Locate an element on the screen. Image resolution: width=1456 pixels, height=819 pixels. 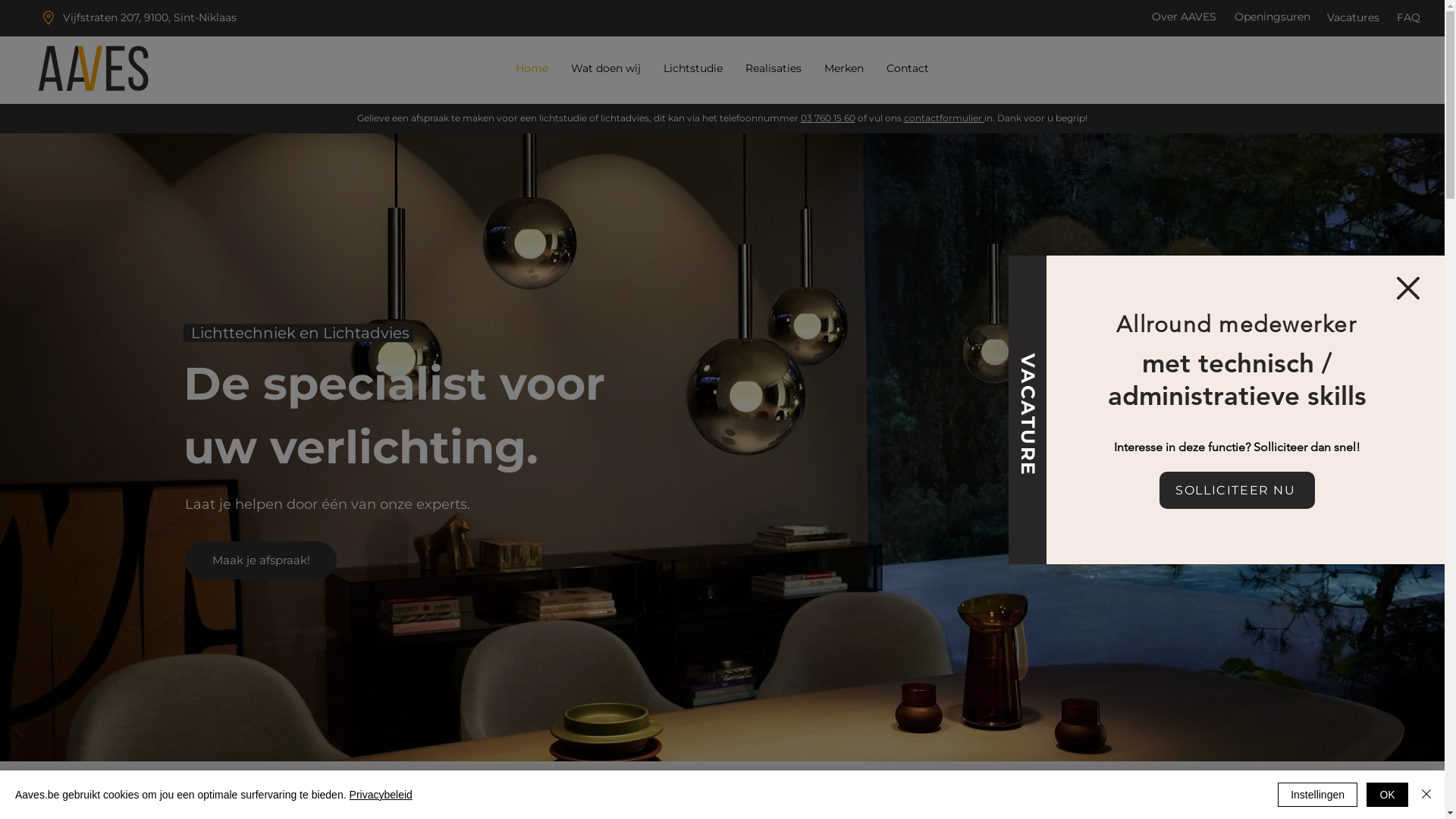
'Maak je afspraak!' is located at coordinates (184, 560).